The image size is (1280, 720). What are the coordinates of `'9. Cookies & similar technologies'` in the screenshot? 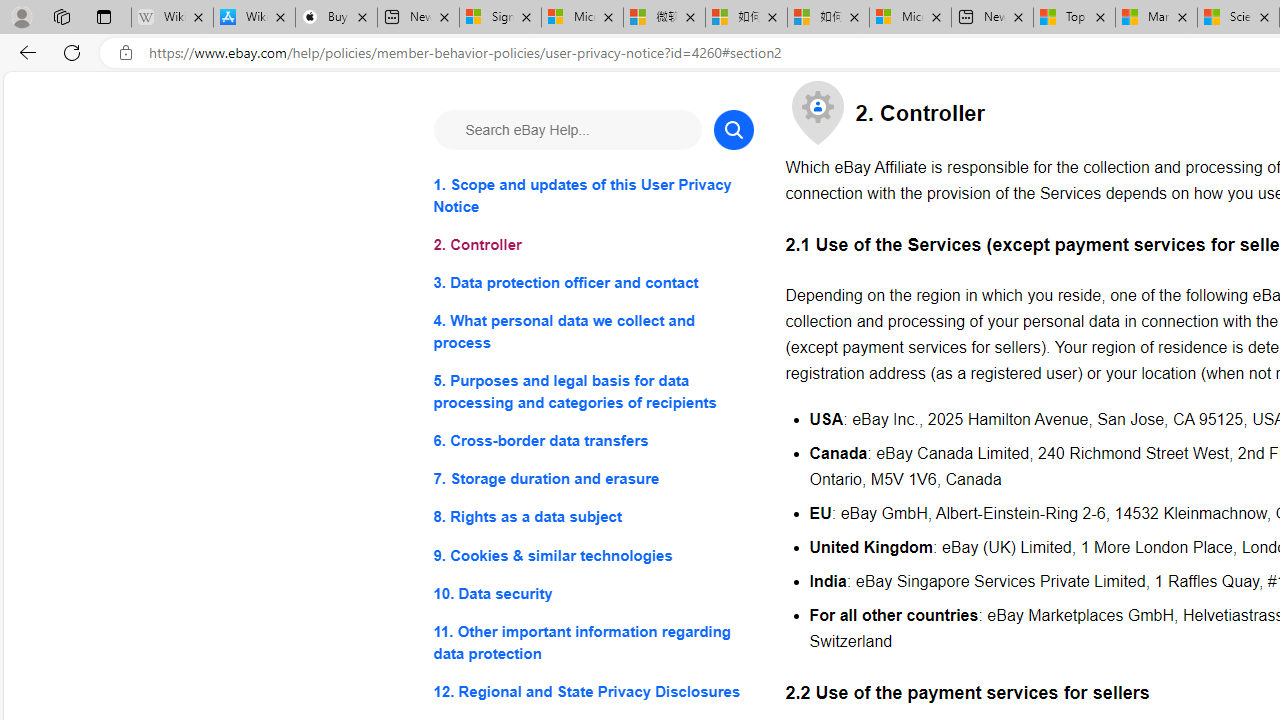 It's located at (592, 555).